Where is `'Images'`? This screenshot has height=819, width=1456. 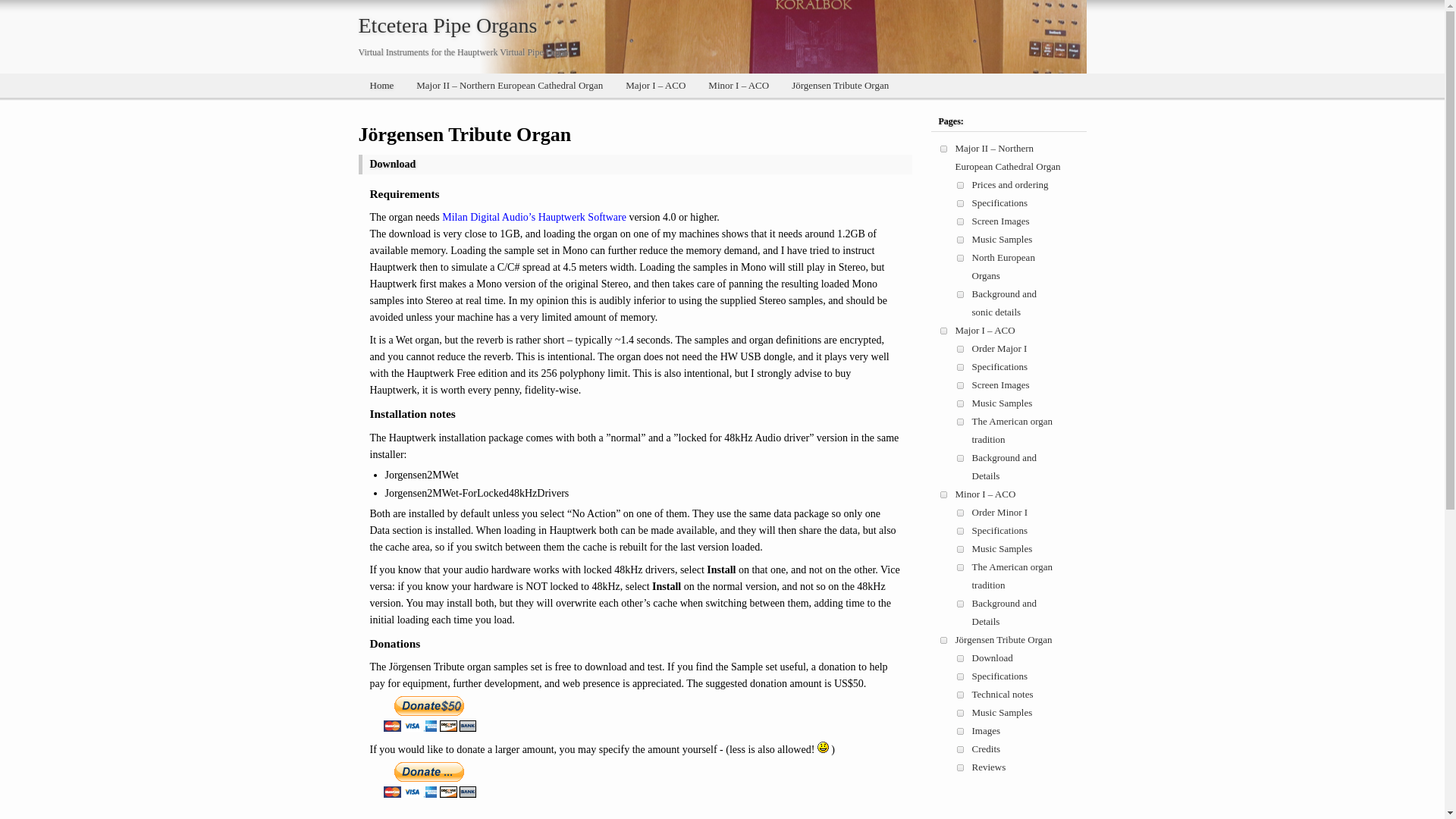 'Images' is located at coordinates (986, 730).